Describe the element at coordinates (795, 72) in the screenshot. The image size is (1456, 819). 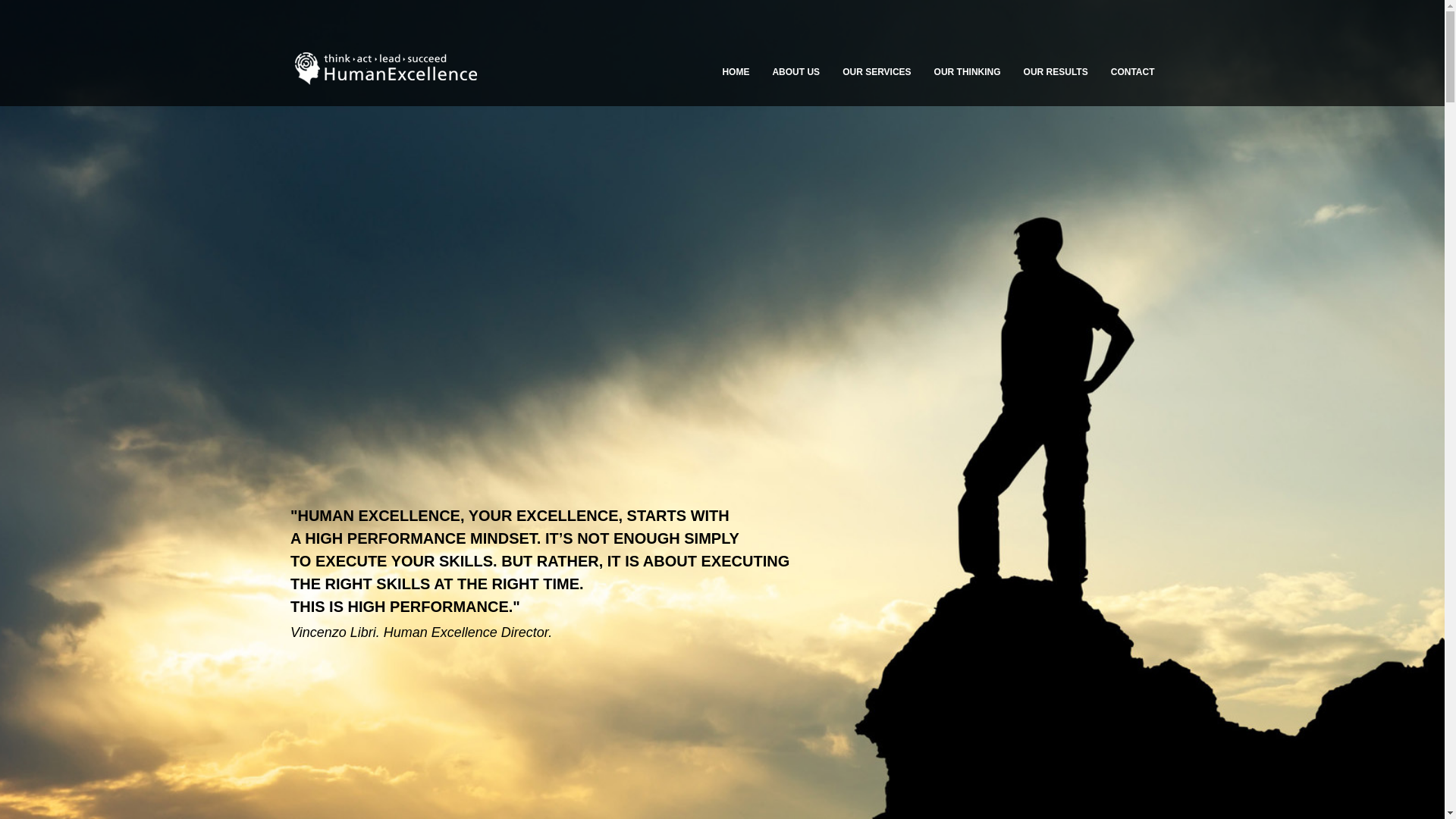
I see `'ABOUT US'` at that location.